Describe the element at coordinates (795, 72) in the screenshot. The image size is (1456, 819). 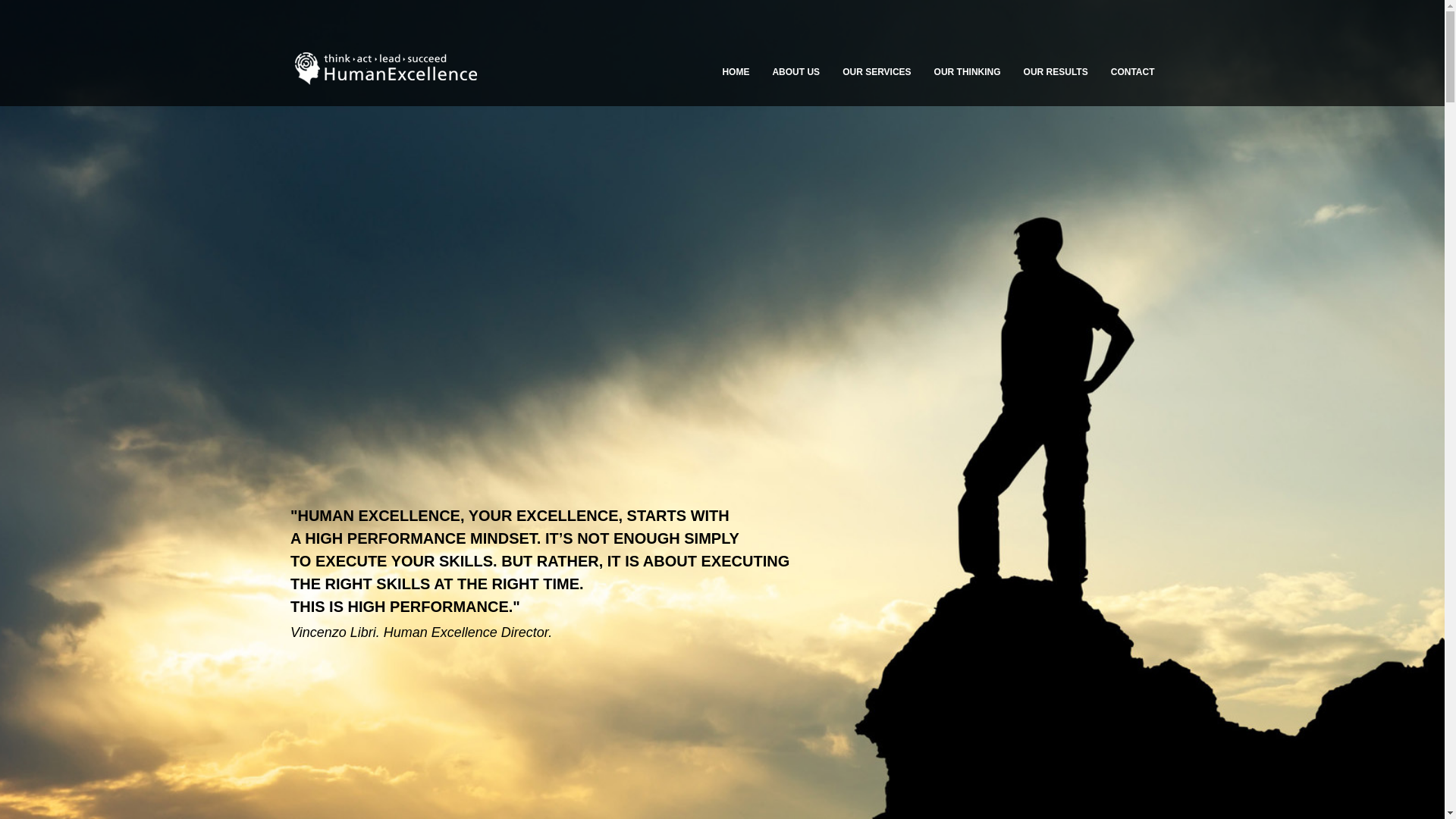
I see `'ABOUT US'` at that location.